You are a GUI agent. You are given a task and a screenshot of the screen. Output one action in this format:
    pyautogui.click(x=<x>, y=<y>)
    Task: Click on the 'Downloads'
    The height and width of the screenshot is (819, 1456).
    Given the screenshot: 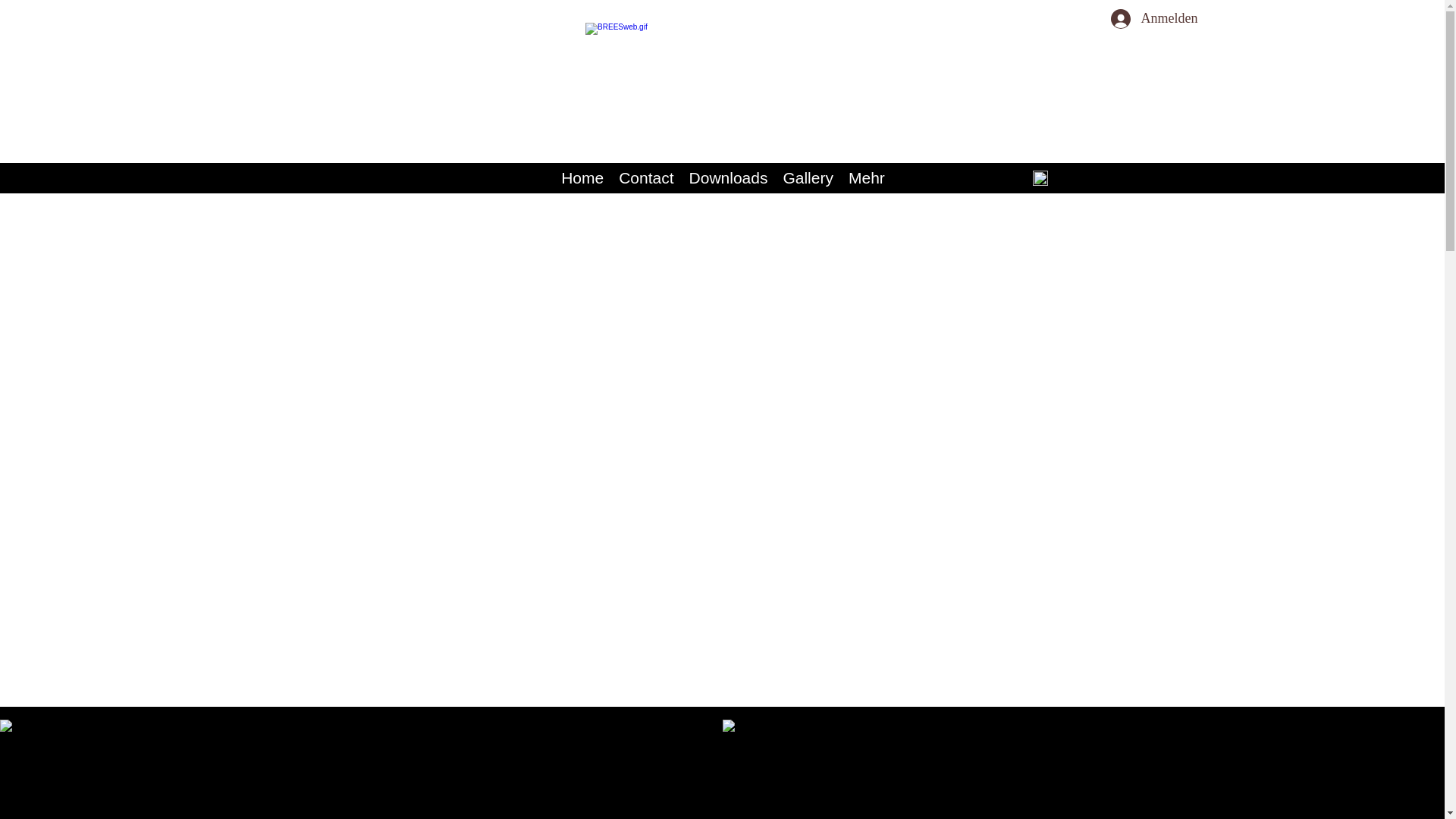 What is the action you would take?
    pyautogui.click(x=680, y=177)
    